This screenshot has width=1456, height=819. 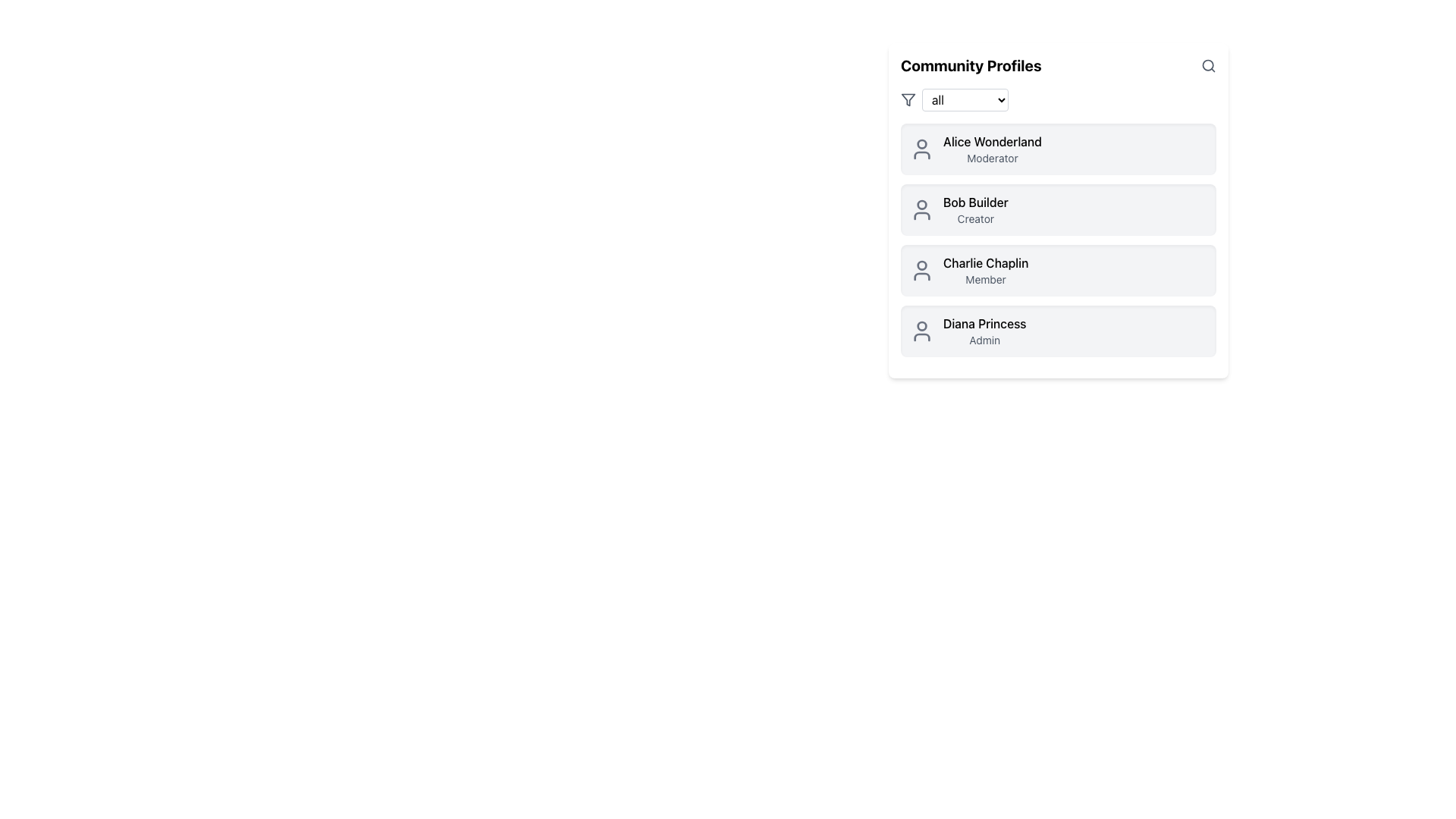 What do you see at coordinates (921, 205) in the screenshot?
I see `the circular user profile icon element, which is positioned at the top-center of the user profile SVG representation, to the left of the text 'Bob Builder'` at bounding box center [921, 205].